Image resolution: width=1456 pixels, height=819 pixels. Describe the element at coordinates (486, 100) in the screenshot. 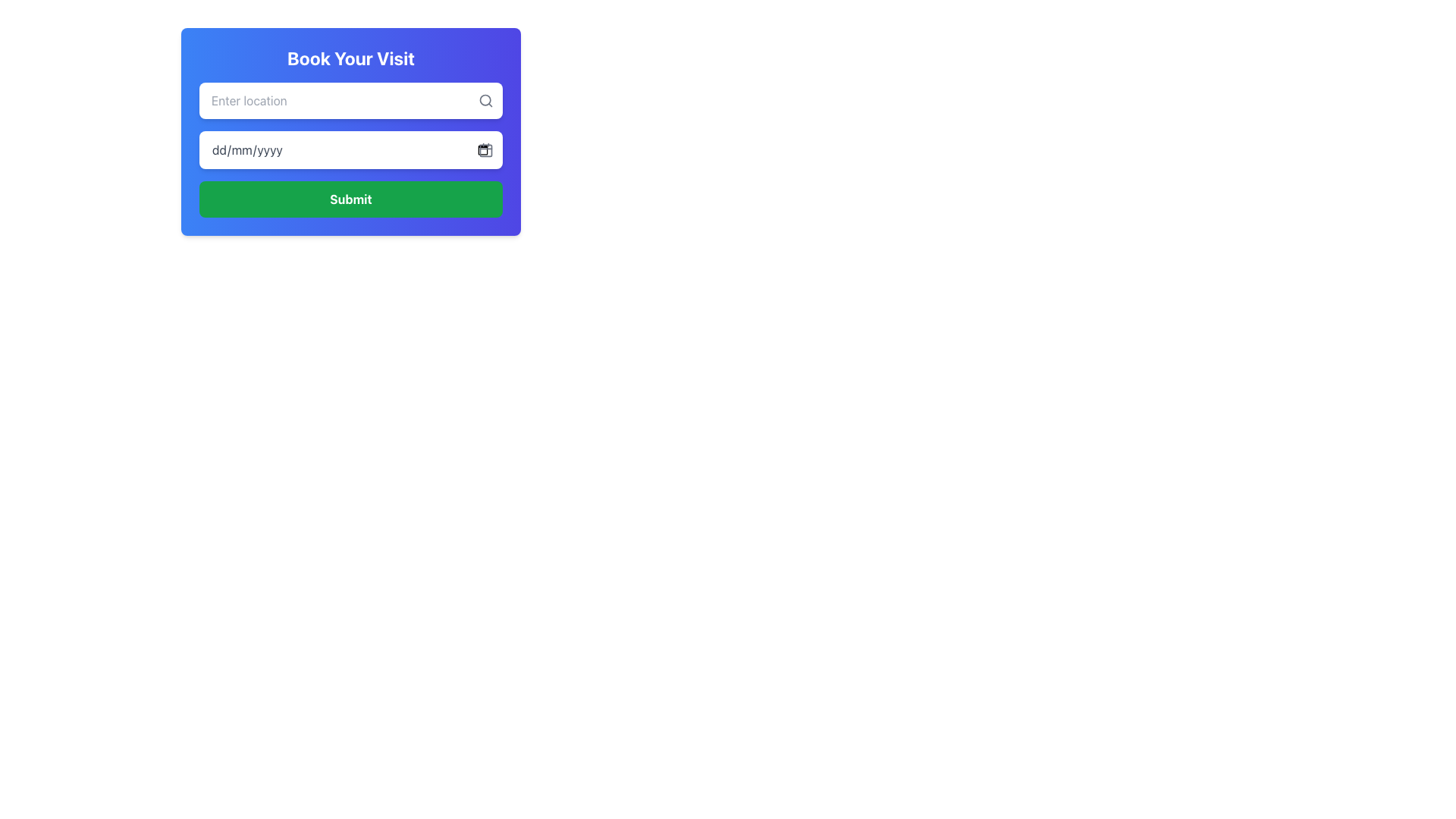

I see `the search icon located to the right of the text input field labeled with 'Enter location', which serves as a visual indicator for search functionality` at that location.